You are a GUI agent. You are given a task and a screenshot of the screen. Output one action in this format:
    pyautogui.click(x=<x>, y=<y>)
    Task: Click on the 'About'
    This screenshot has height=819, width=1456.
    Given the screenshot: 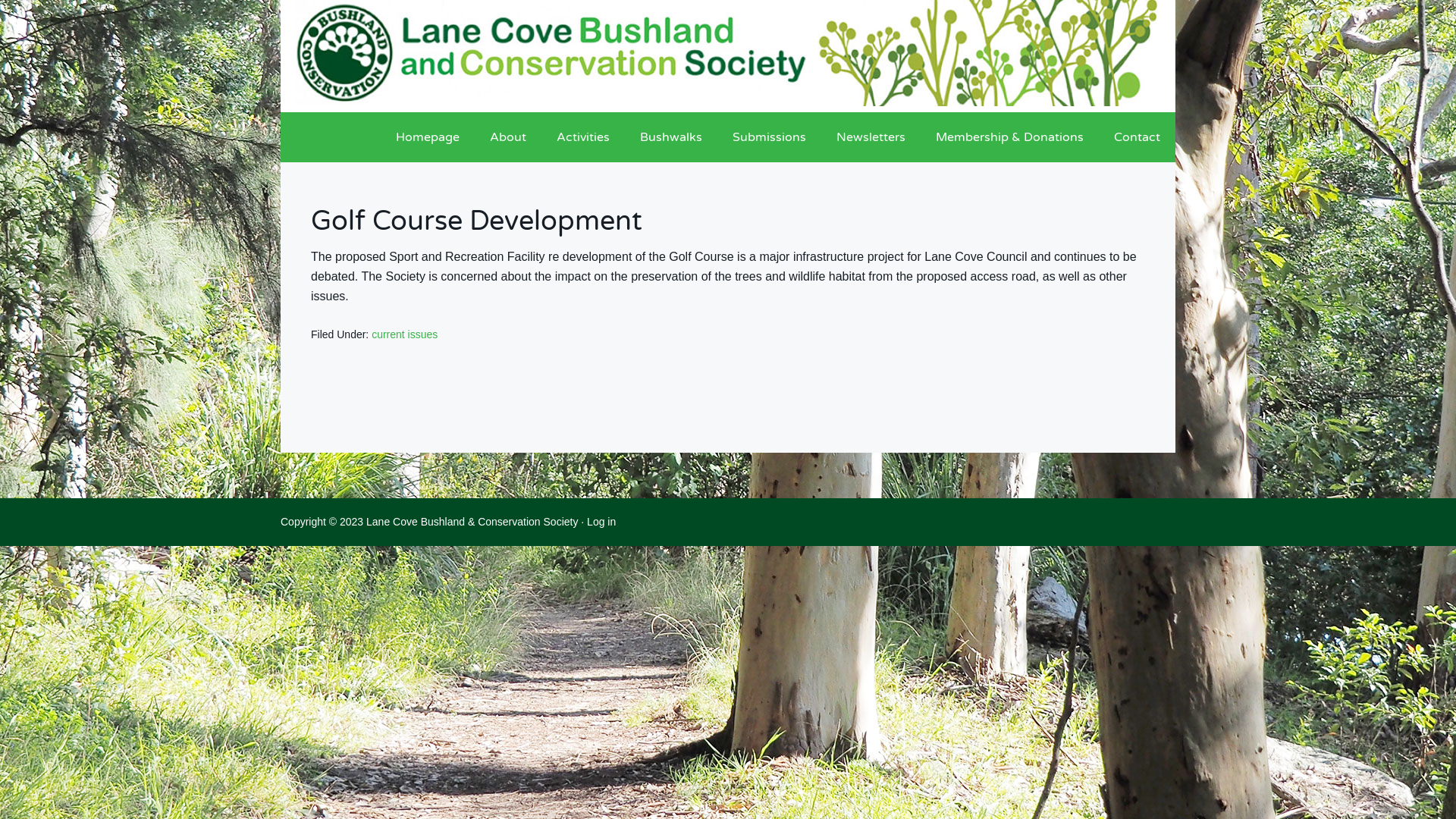 What is the action you would take?
    pyautogui.click(x=508, y=137)
    